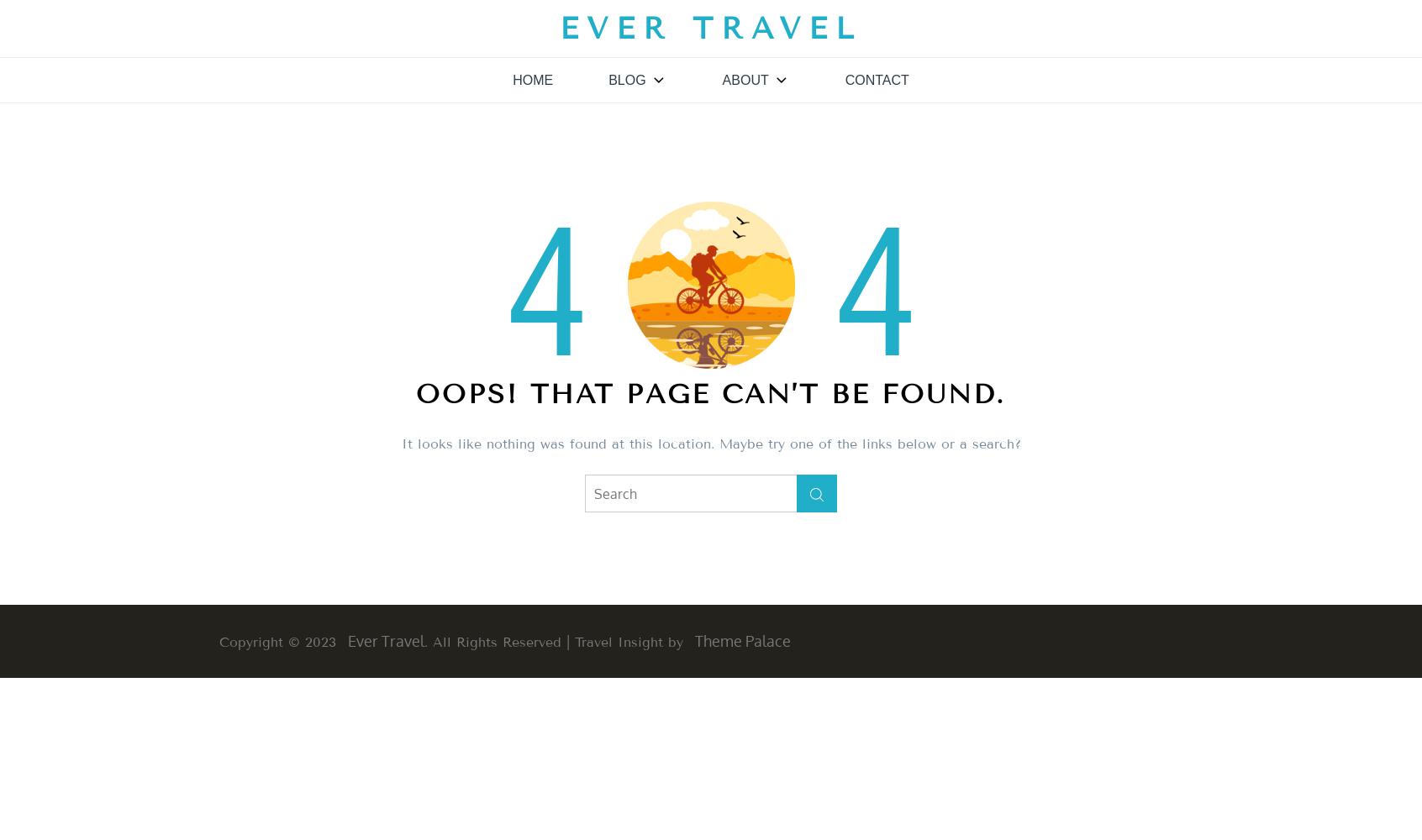 The height and width of the screenshot is (840, 1422). I want to click on 'About', so click(744, 79).